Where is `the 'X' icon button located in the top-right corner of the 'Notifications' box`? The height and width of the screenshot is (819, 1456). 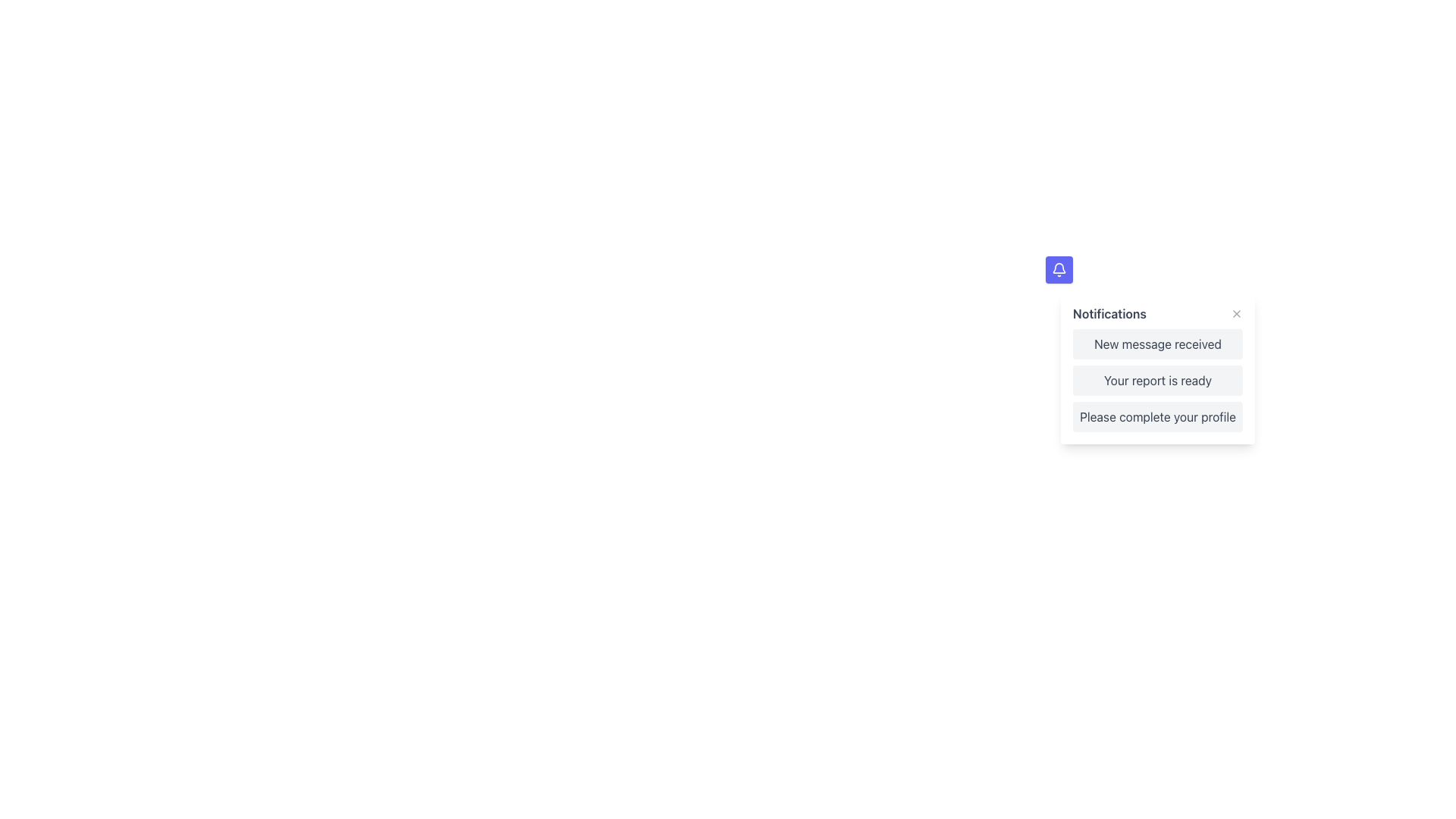
the 'X' icon button located in the top-right corner of the 'Notifications' box is located at coordinates (1237, 312).